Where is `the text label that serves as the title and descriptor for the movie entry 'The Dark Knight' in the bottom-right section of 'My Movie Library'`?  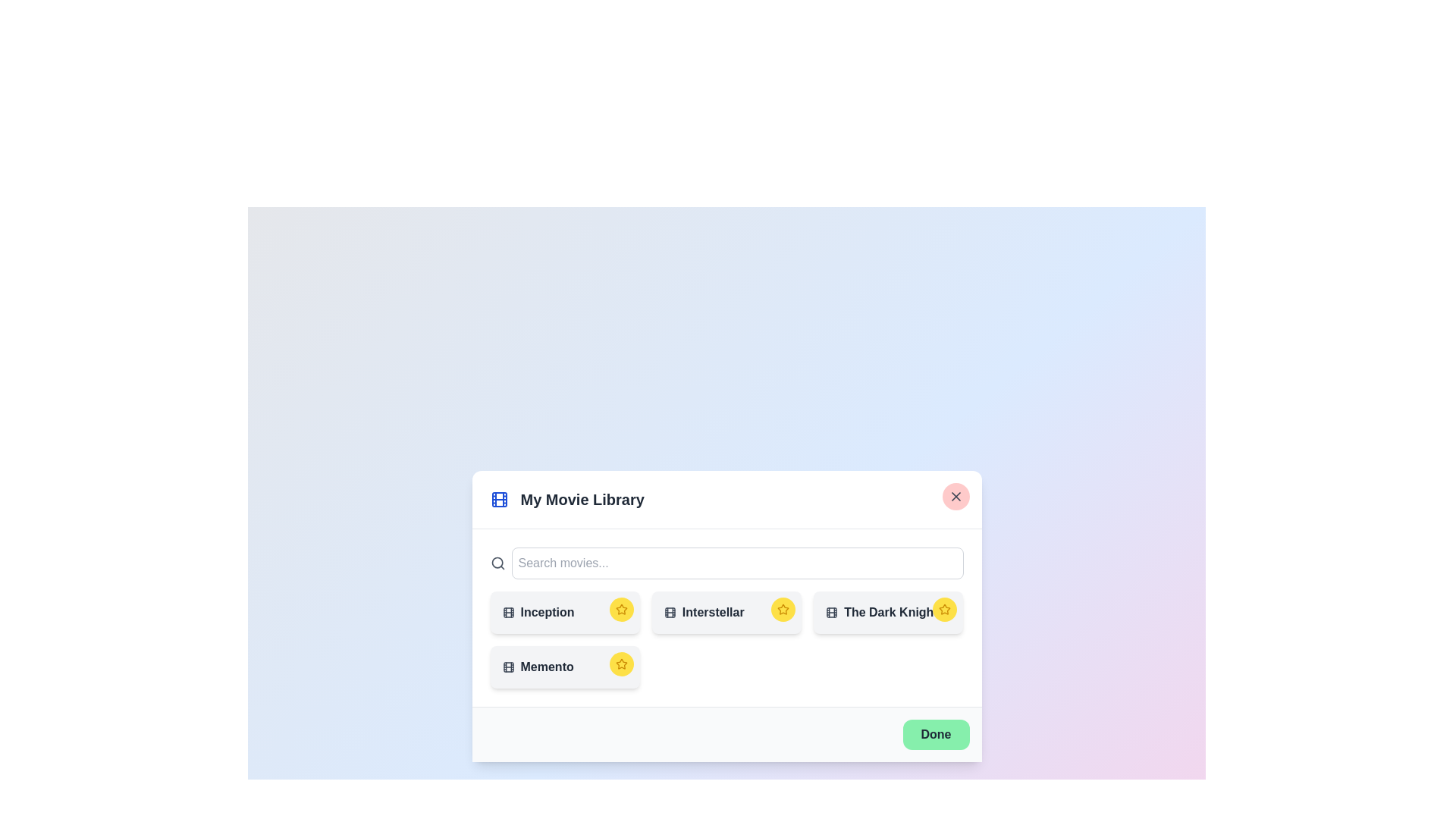
the text label that serves as the title and descriptor for the movie entry 'The Dark Knight' in the bottom-right section of 'My Movie Library' is located at coordinates (888, 611).